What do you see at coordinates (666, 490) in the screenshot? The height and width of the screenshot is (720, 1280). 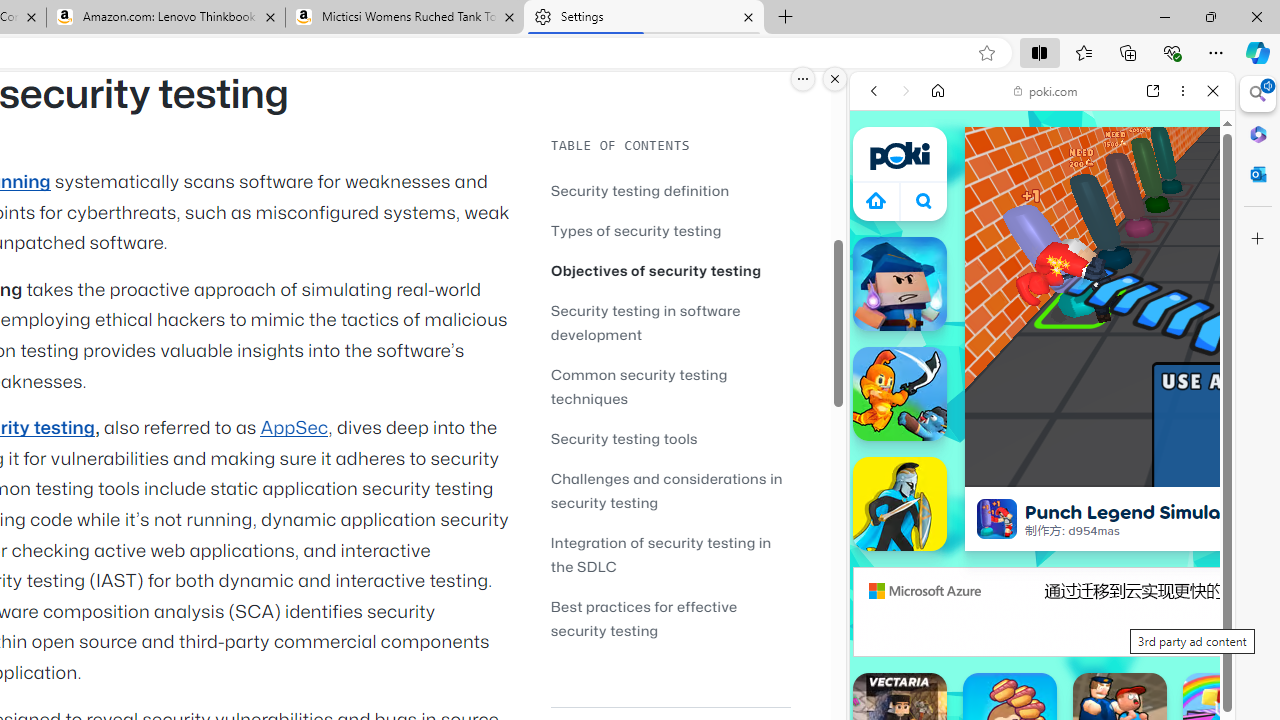 I see `'Challenges and considerations in security testing'` at bounding box center [666, 490].